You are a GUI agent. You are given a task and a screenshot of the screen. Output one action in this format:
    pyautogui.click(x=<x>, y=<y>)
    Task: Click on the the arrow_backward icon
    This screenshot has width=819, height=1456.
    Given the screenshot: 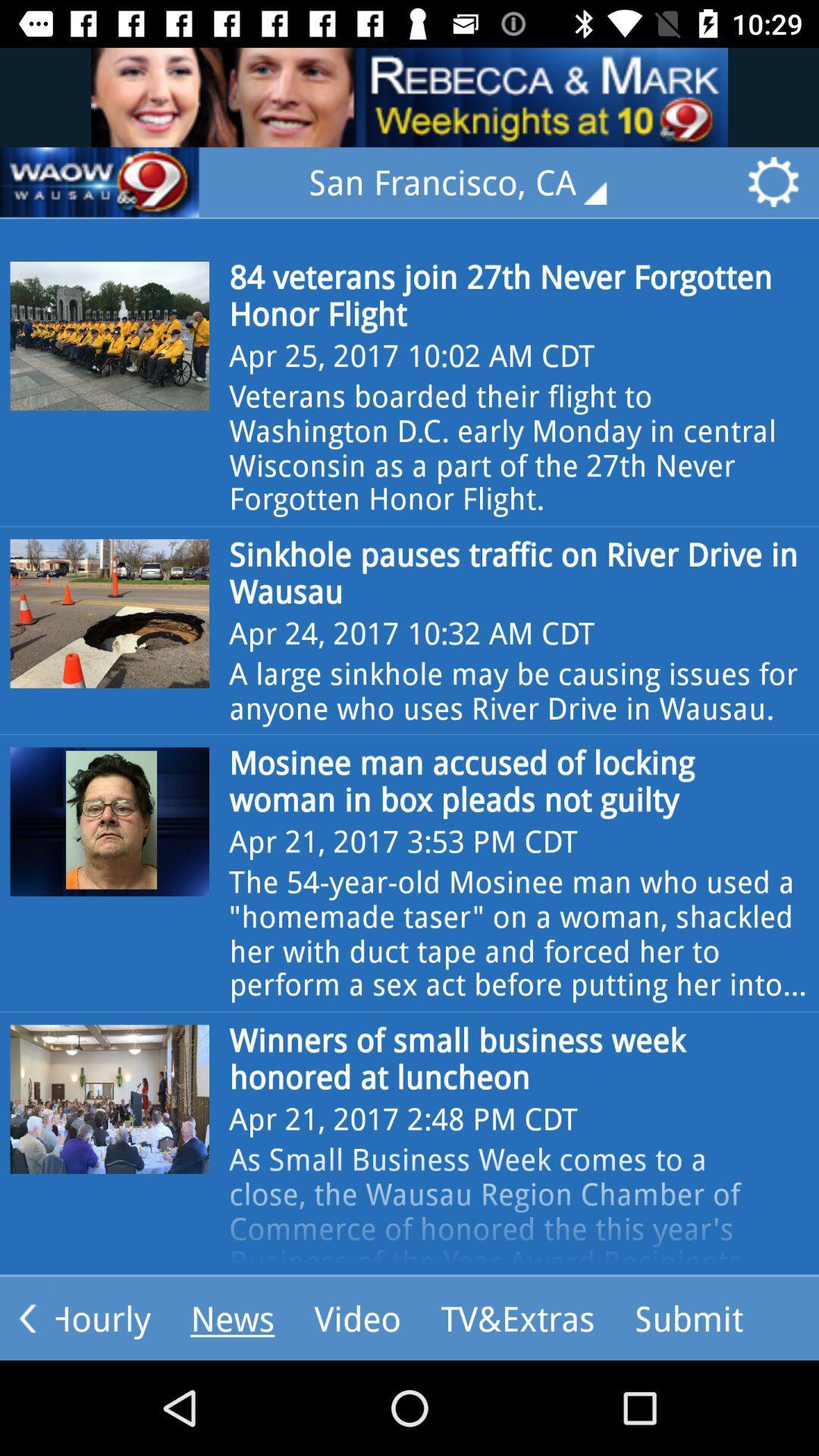 What is the action you would take?
    pyautogui.click(x=27, y=1317)
    